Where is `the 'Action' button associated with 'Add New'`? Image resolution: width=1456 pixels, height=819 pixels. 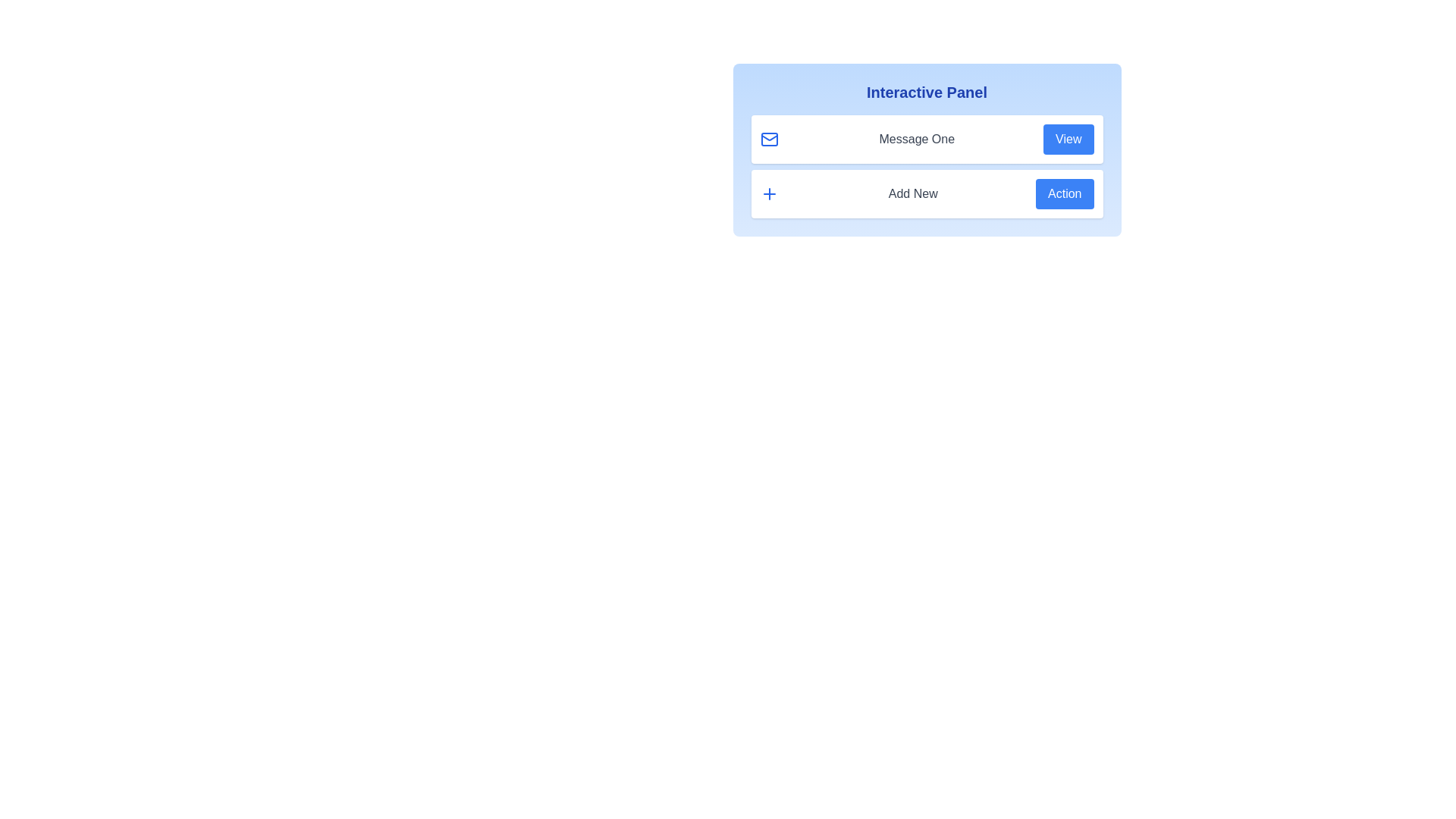
the 'Action' button associated with 'Add New' is located at coordinates (1063, 193).